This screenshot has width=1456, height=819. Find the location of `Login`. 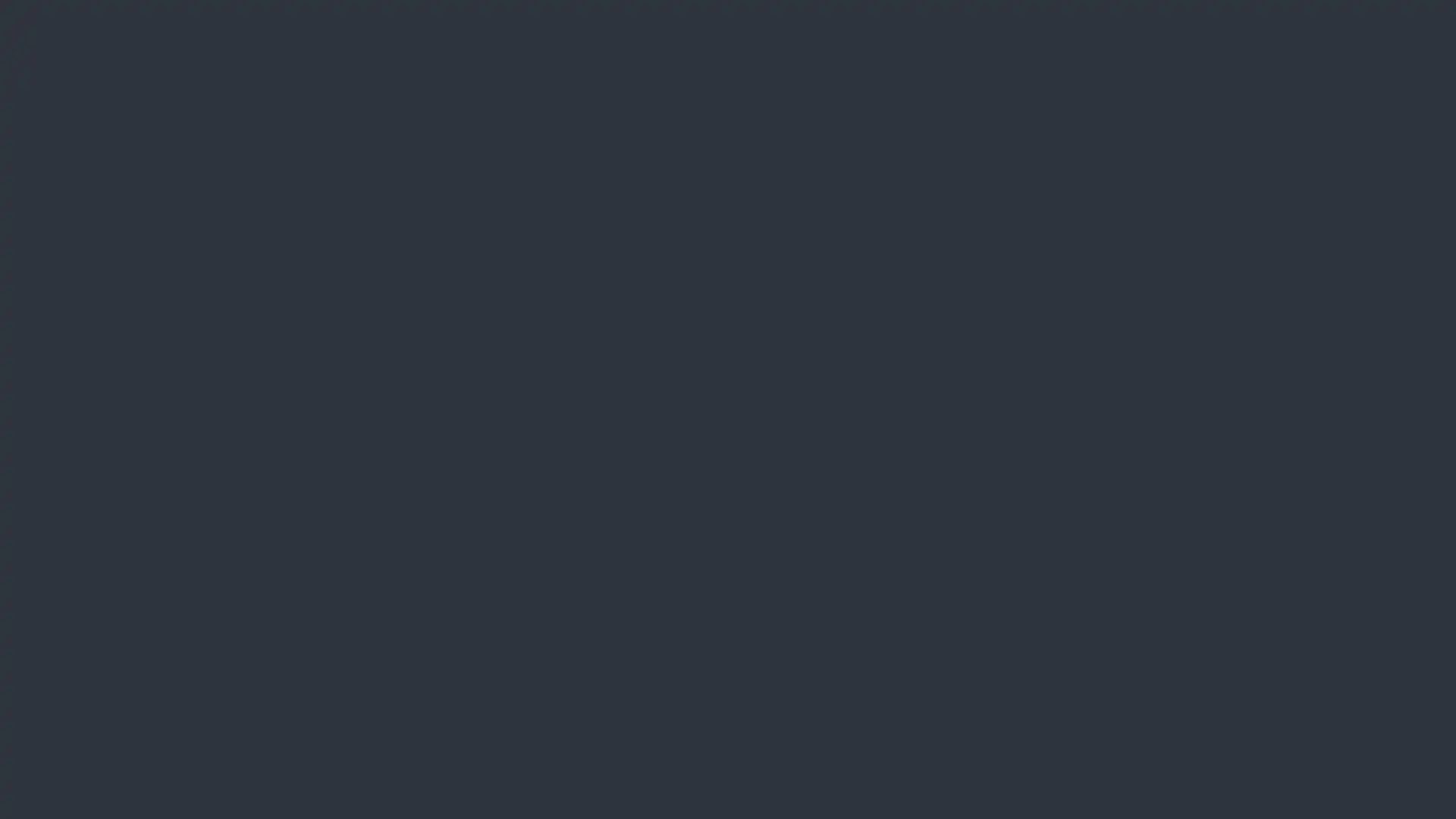

Login is located at coordinates (728, 444).